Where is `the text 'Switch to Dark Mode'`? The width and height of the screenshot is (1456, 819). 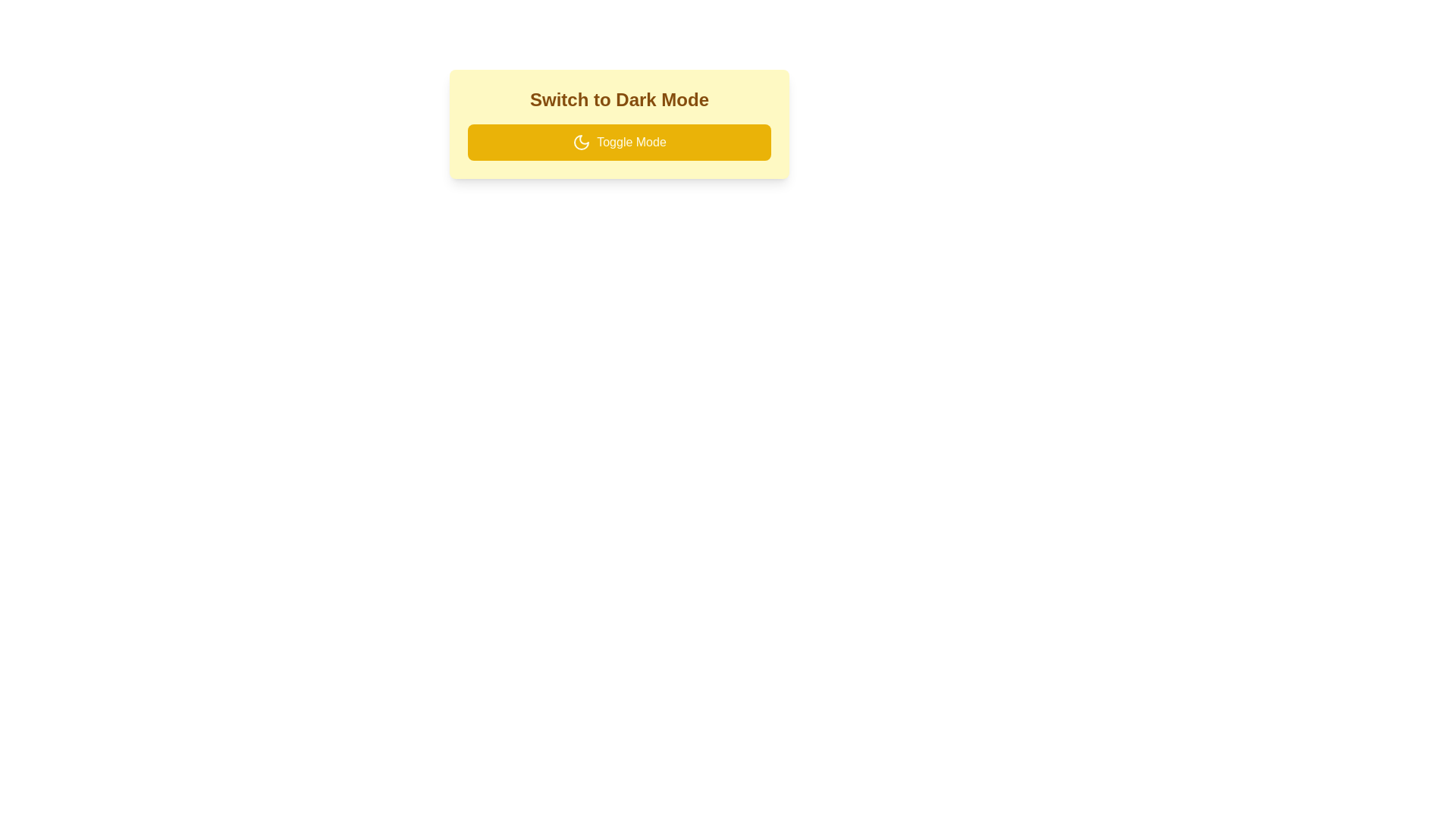 the text 'Switch to Dark Mode' is located at coordinates (619, 99).